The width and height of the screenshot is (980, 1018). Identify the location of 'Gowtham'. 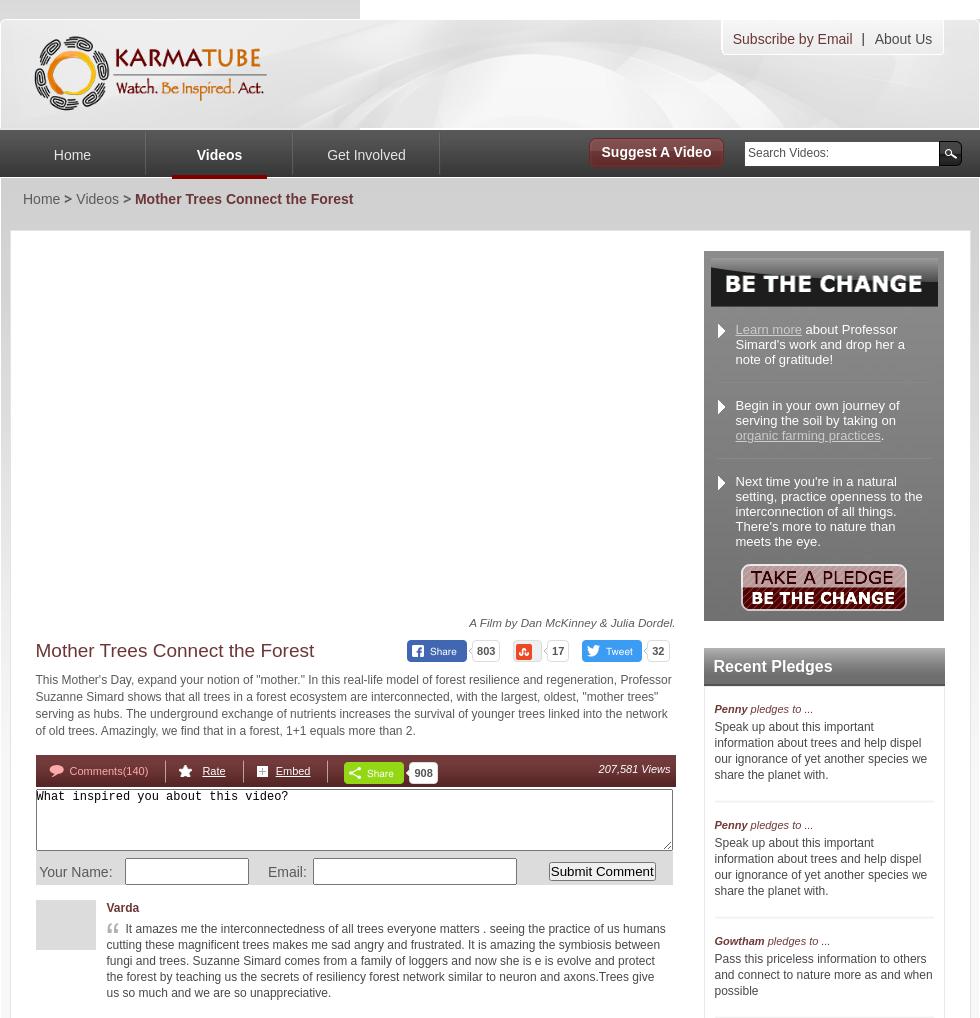
(714, 940).